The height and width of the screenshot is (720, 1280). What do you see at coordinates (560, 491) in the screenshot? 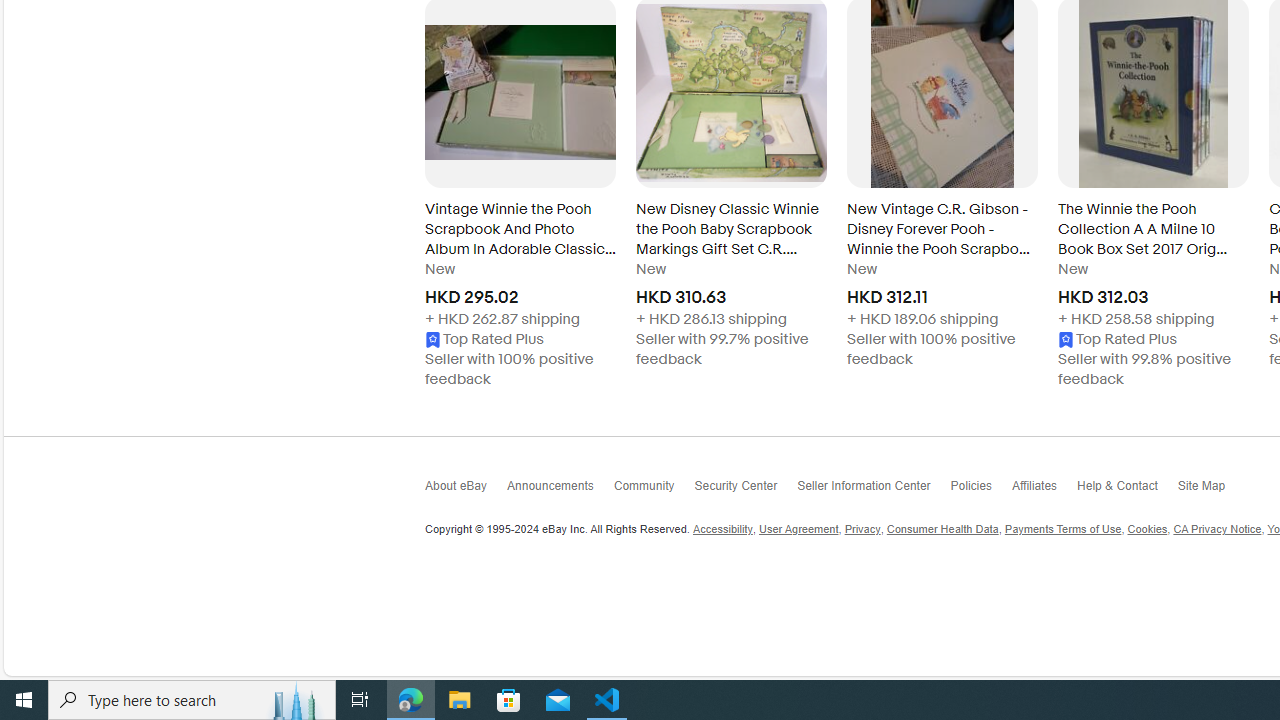
I see `'Announcements'` at bounding box center [560, 491].